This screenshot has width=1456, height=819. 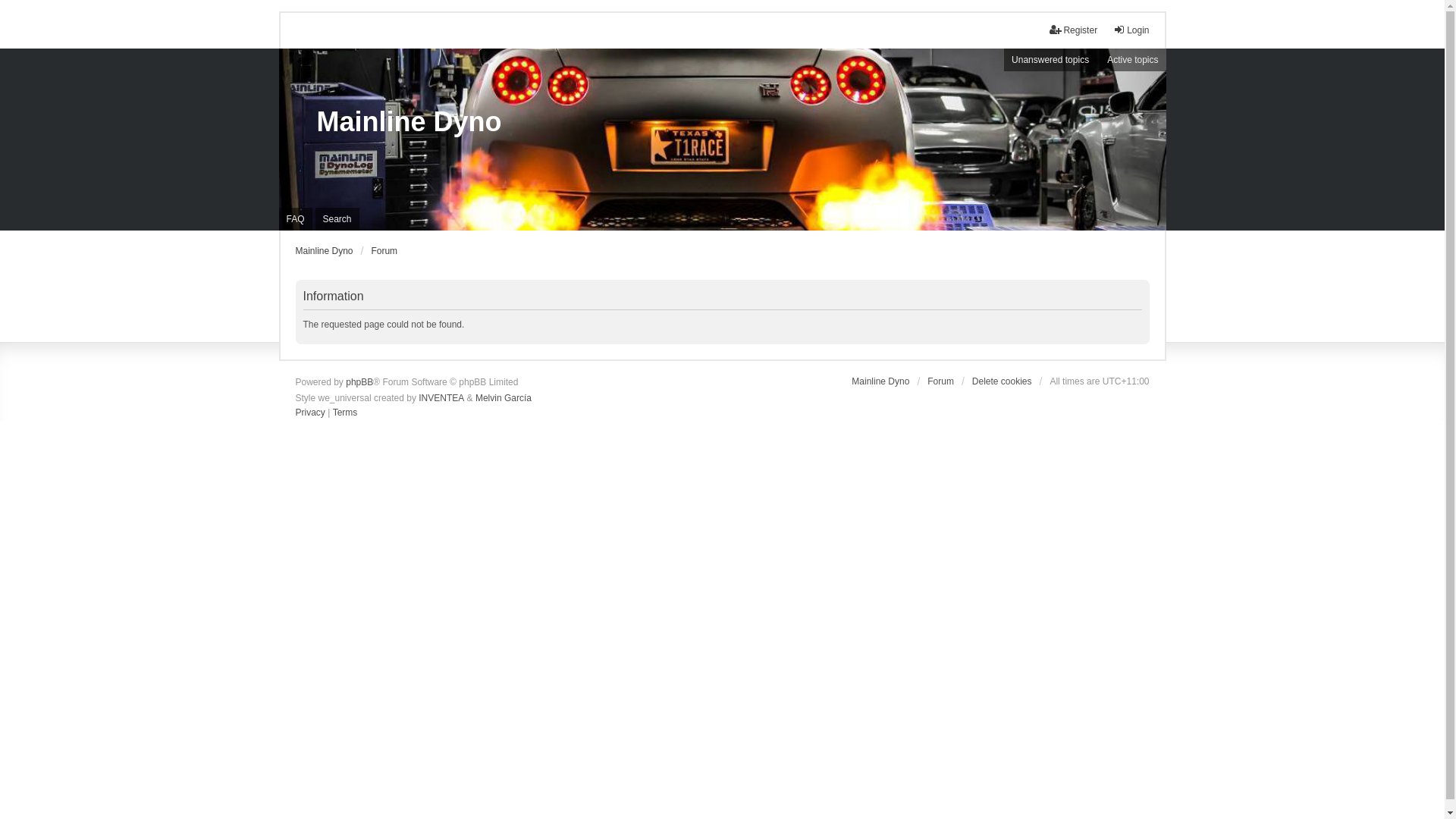 I want to click on 'Mainline Dyno', so click(x=315, y=121).